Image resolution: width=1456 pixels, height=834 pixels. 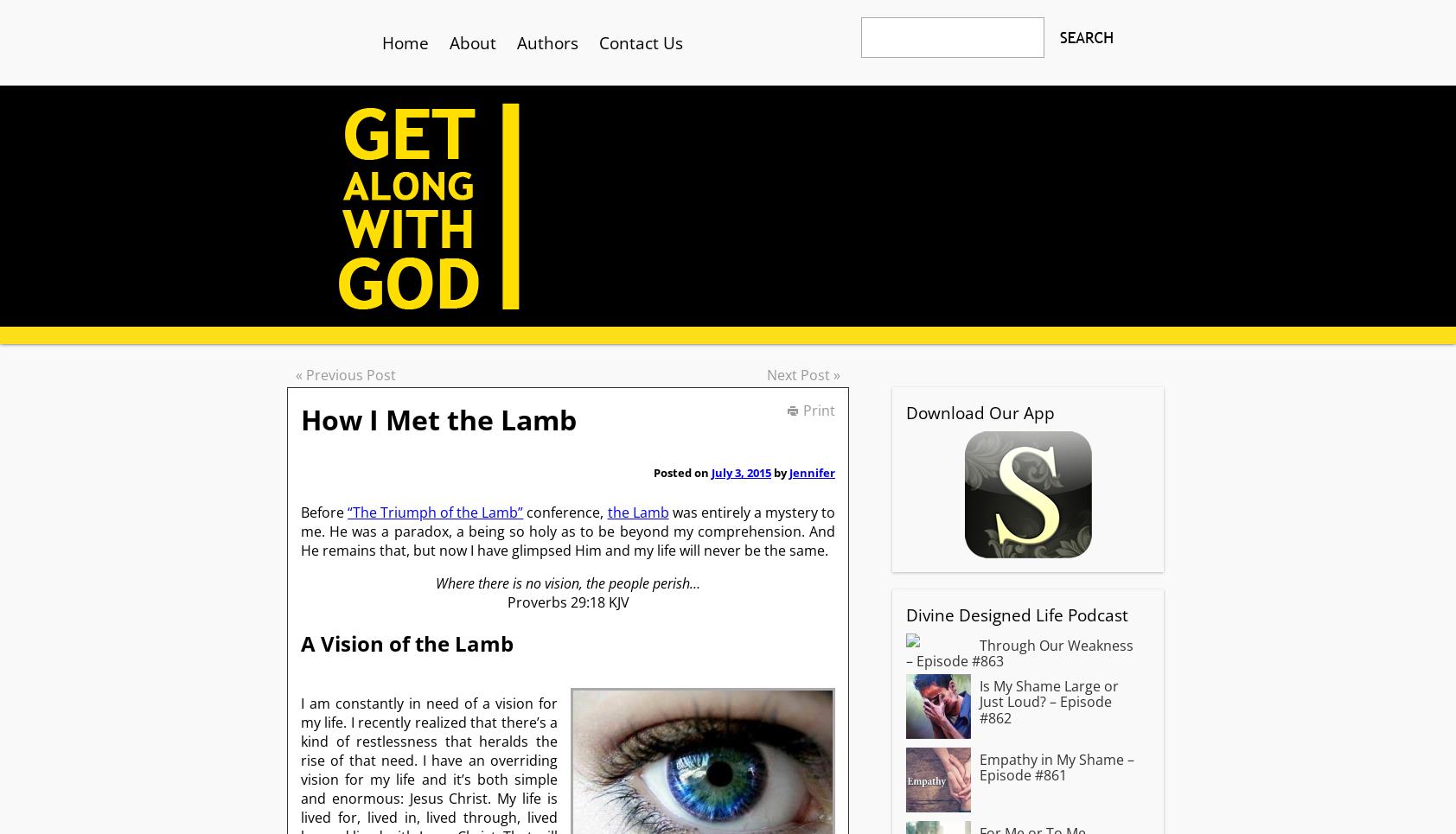 I want to click on 'Divine Designed Life Podcast', so click(x=1017, y=614).